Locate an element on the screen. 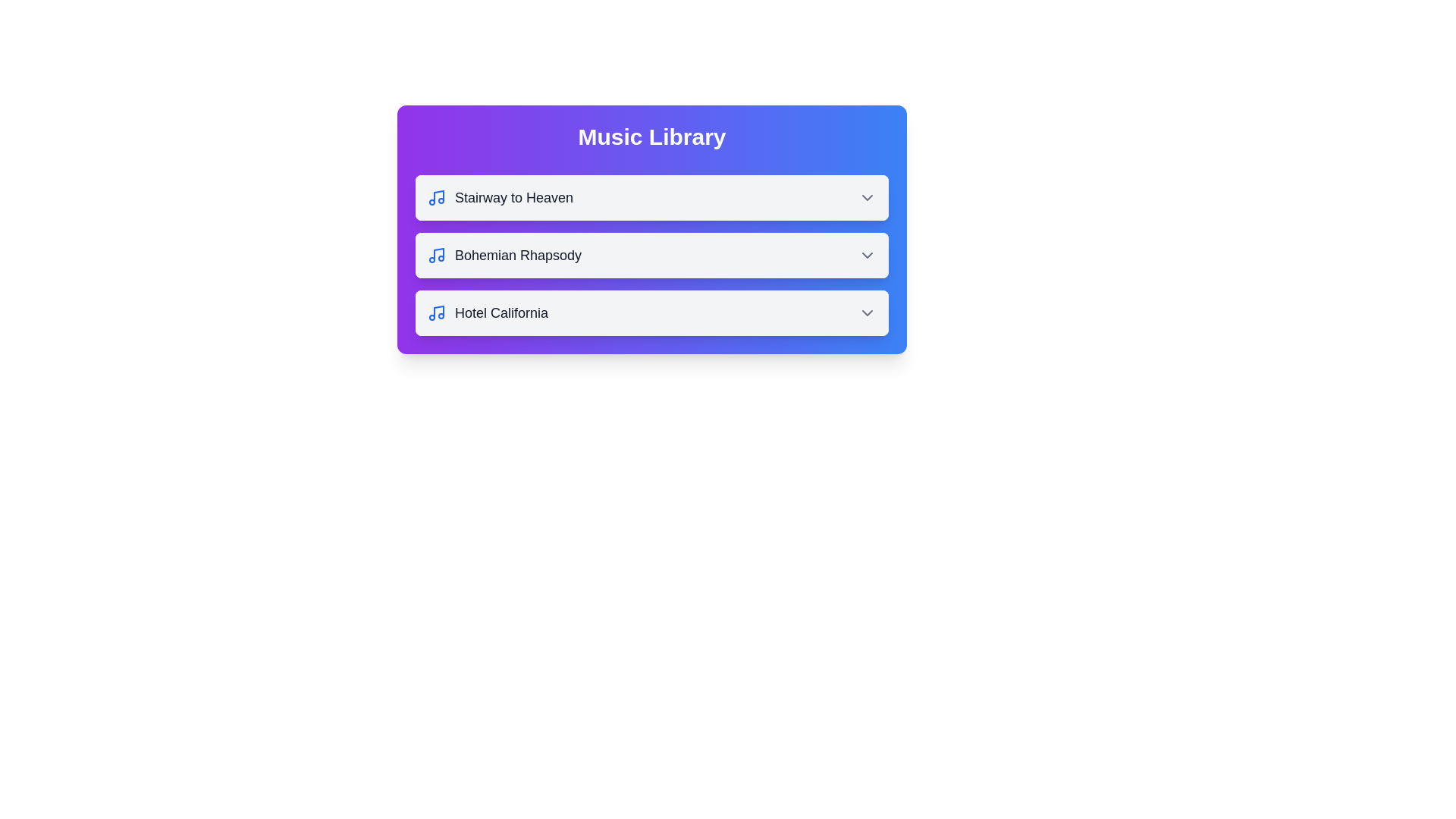 The height and width of the screenshot is (819, 1456). the song title displayed in the Label with an icon located in the 'Music Library' section, positioned as the second item between 'Stairway to Heaven' and 'Hotel California' is located at coordinates (504, 254).